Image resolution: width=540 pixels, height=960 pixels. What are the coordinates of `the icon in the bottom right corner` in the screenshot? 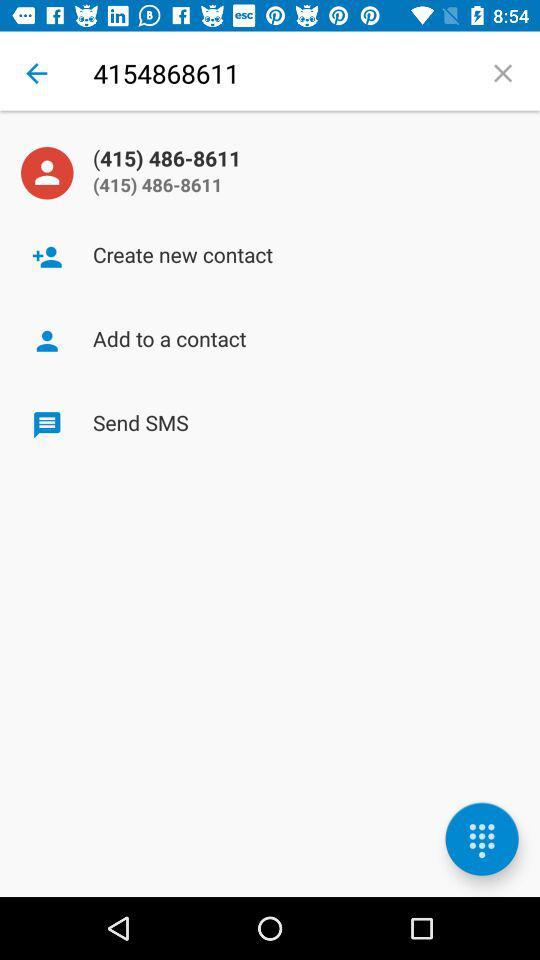 It's located at (481, 839).